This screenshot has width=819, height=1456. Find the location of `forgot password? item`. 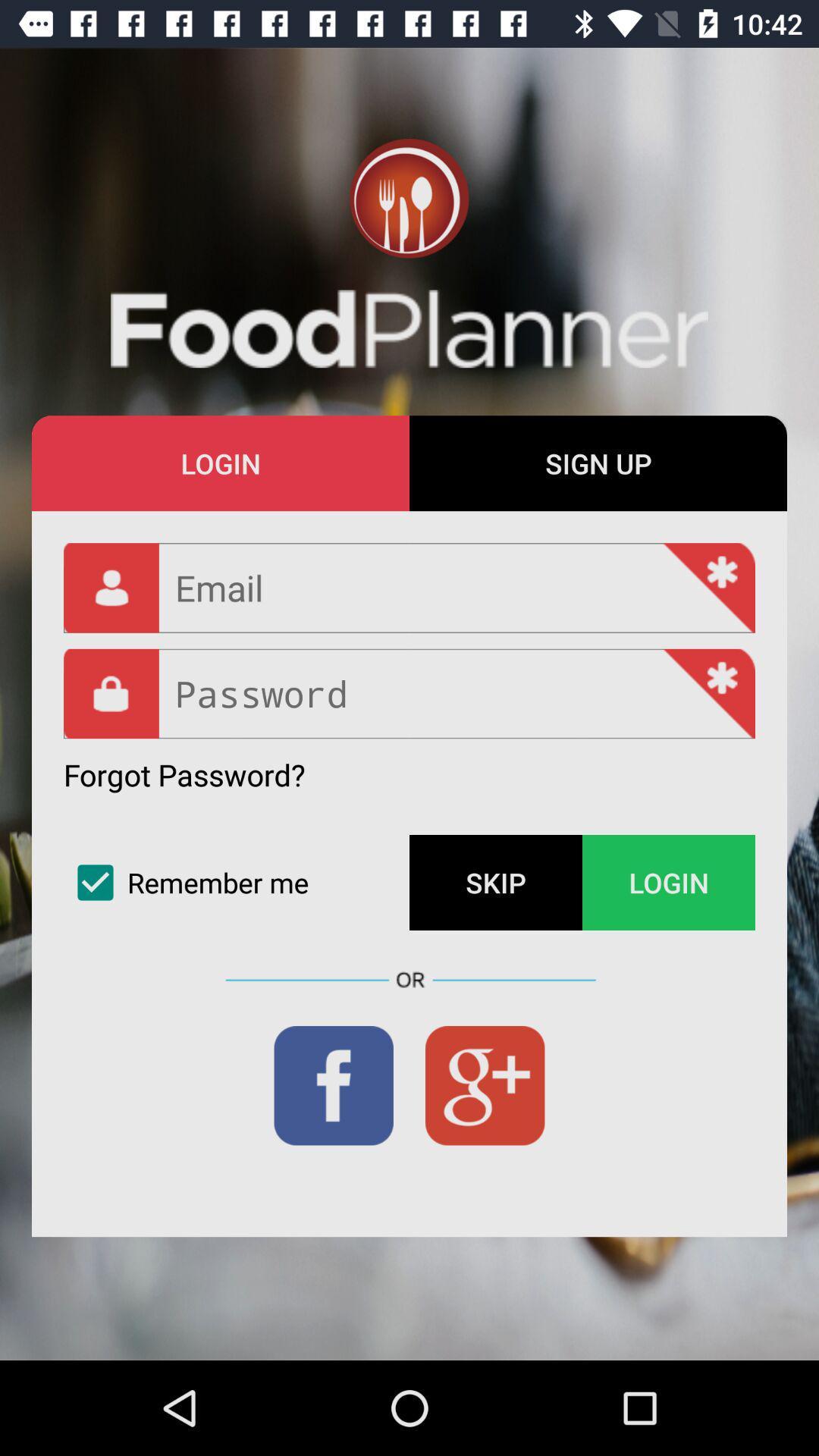

forgot password? item is located at coordinates (184, 774).